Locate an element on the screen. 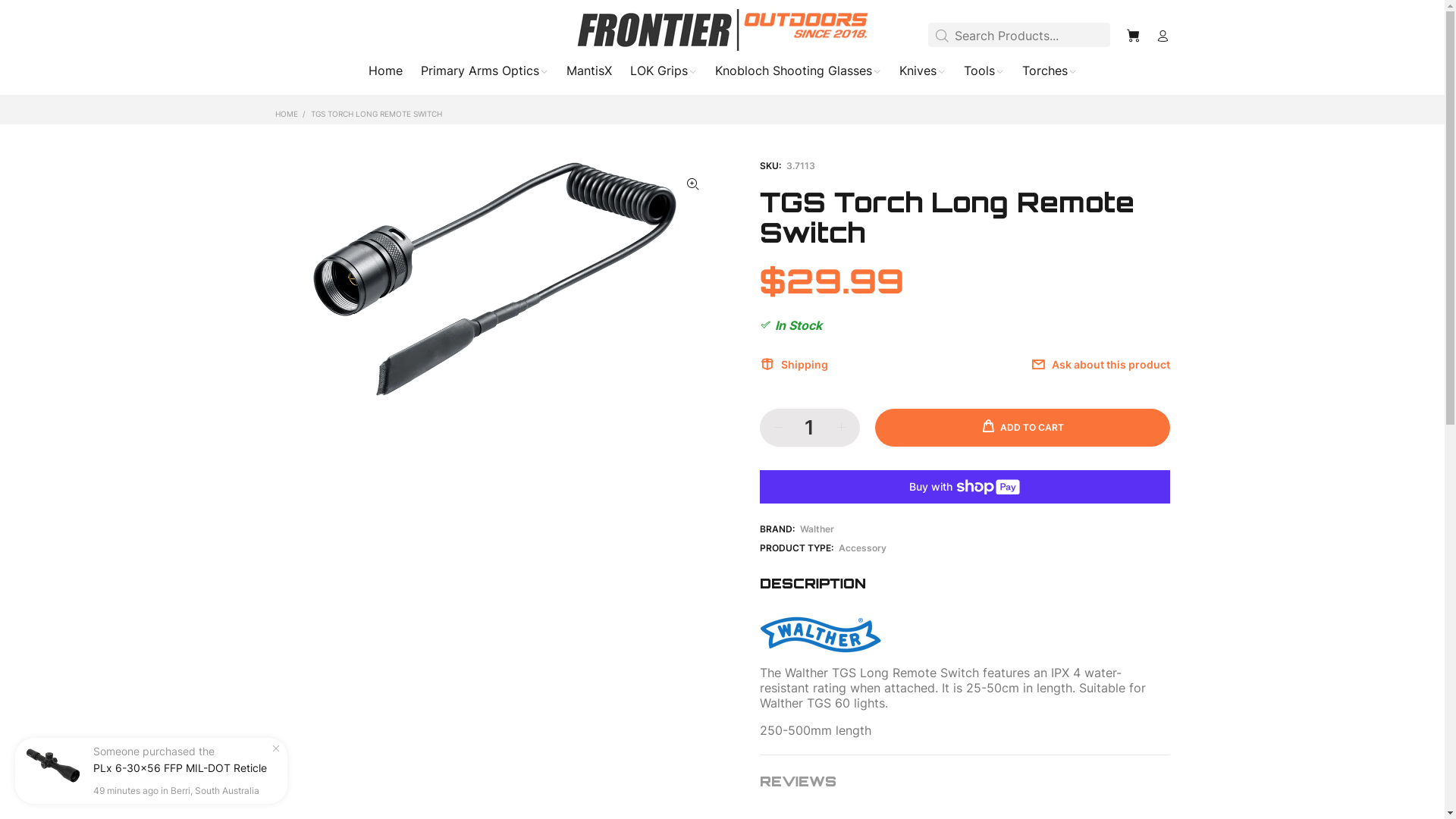  'Knives' is located at coordinates (921, 74).